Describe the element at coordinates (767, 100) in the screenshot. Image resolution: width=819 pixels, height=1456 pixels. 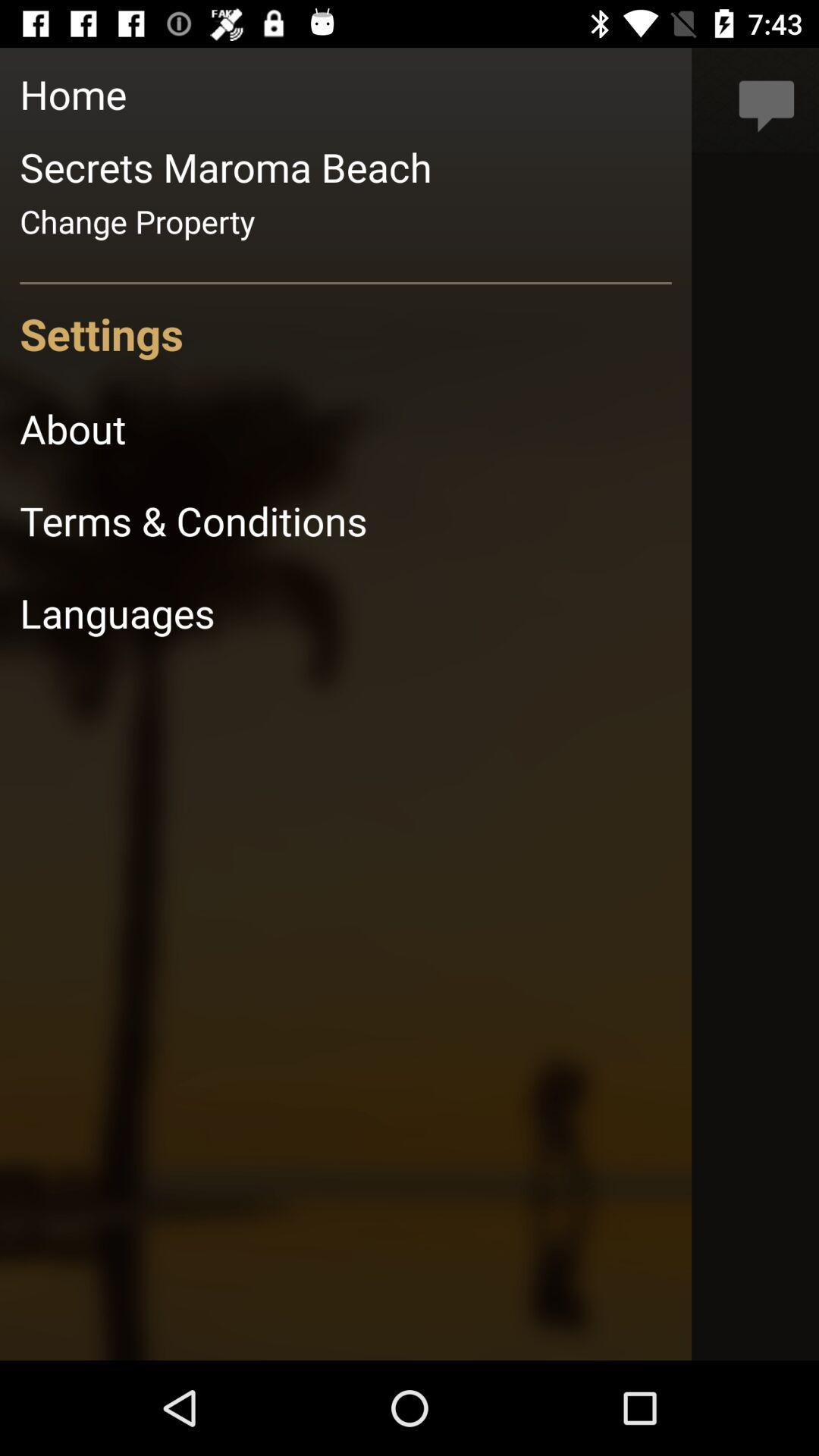
I see `the chat icon` at that location.